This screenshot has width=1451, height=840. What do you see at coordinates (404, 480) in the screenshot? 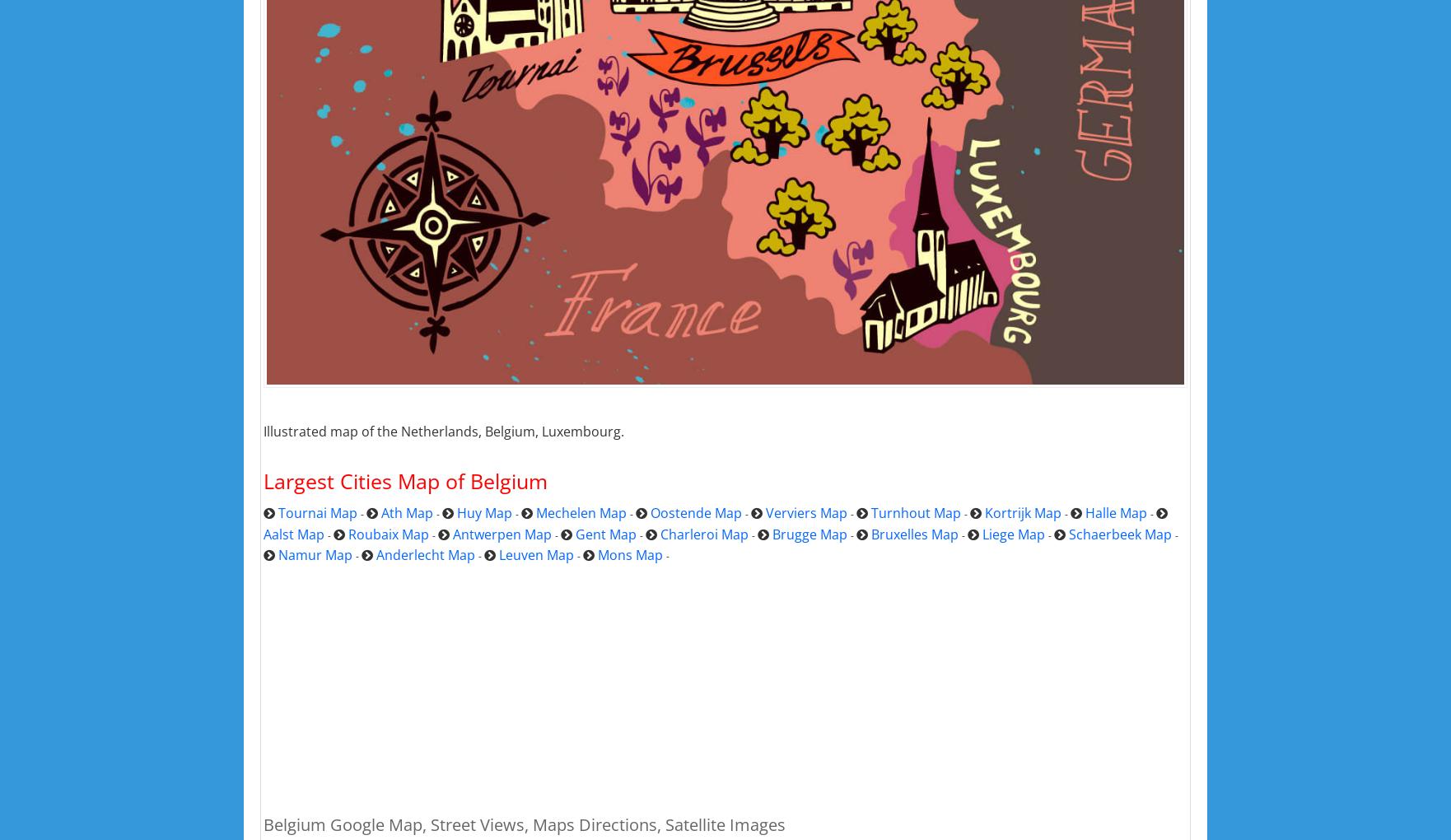
I see `'Largest Cities Map of Belgium'` at bounding box center [404, 480].